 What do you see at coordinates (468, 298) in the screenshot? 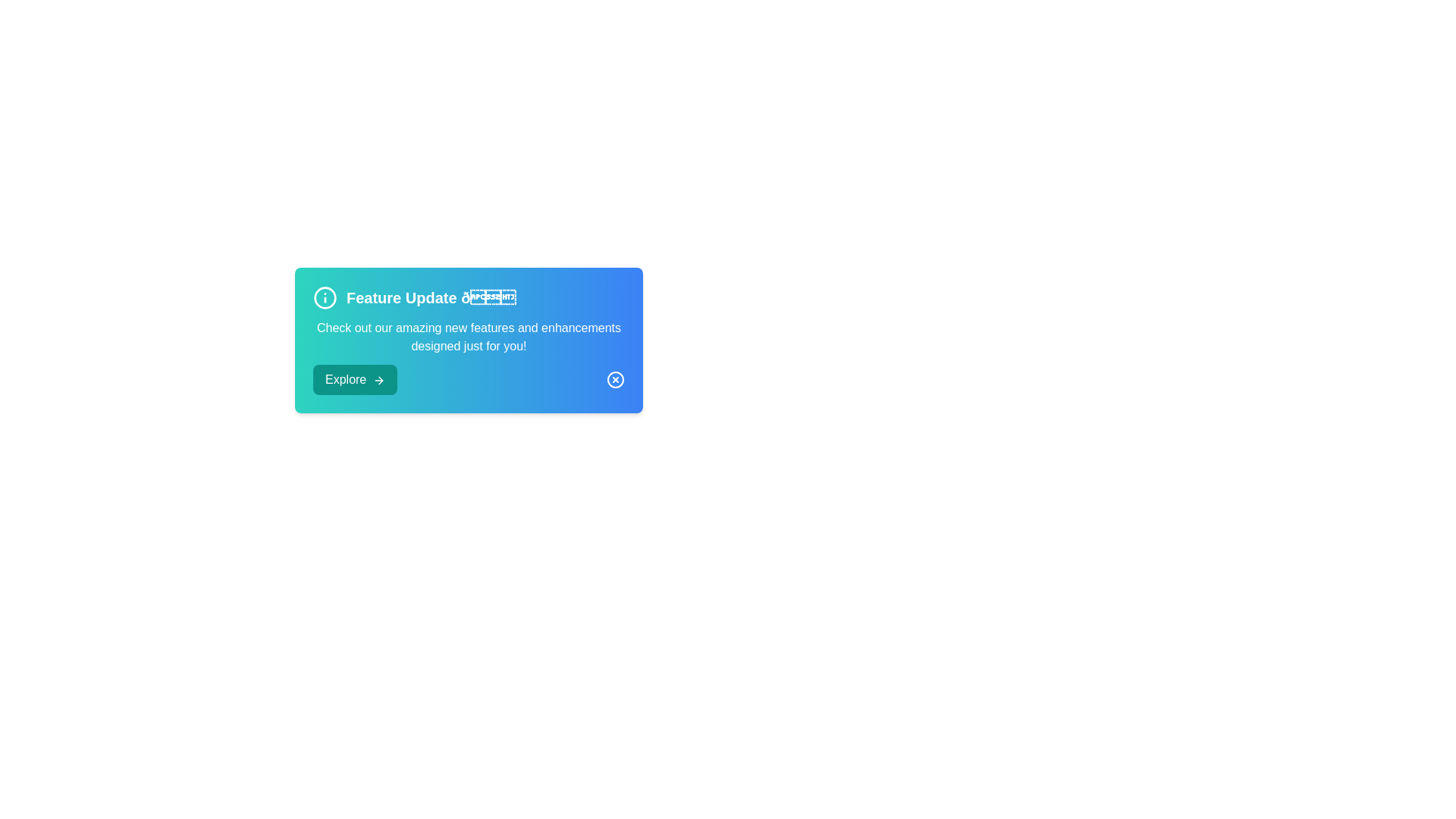
I see `the text of the alert's title` at bounding box center [468, 298].